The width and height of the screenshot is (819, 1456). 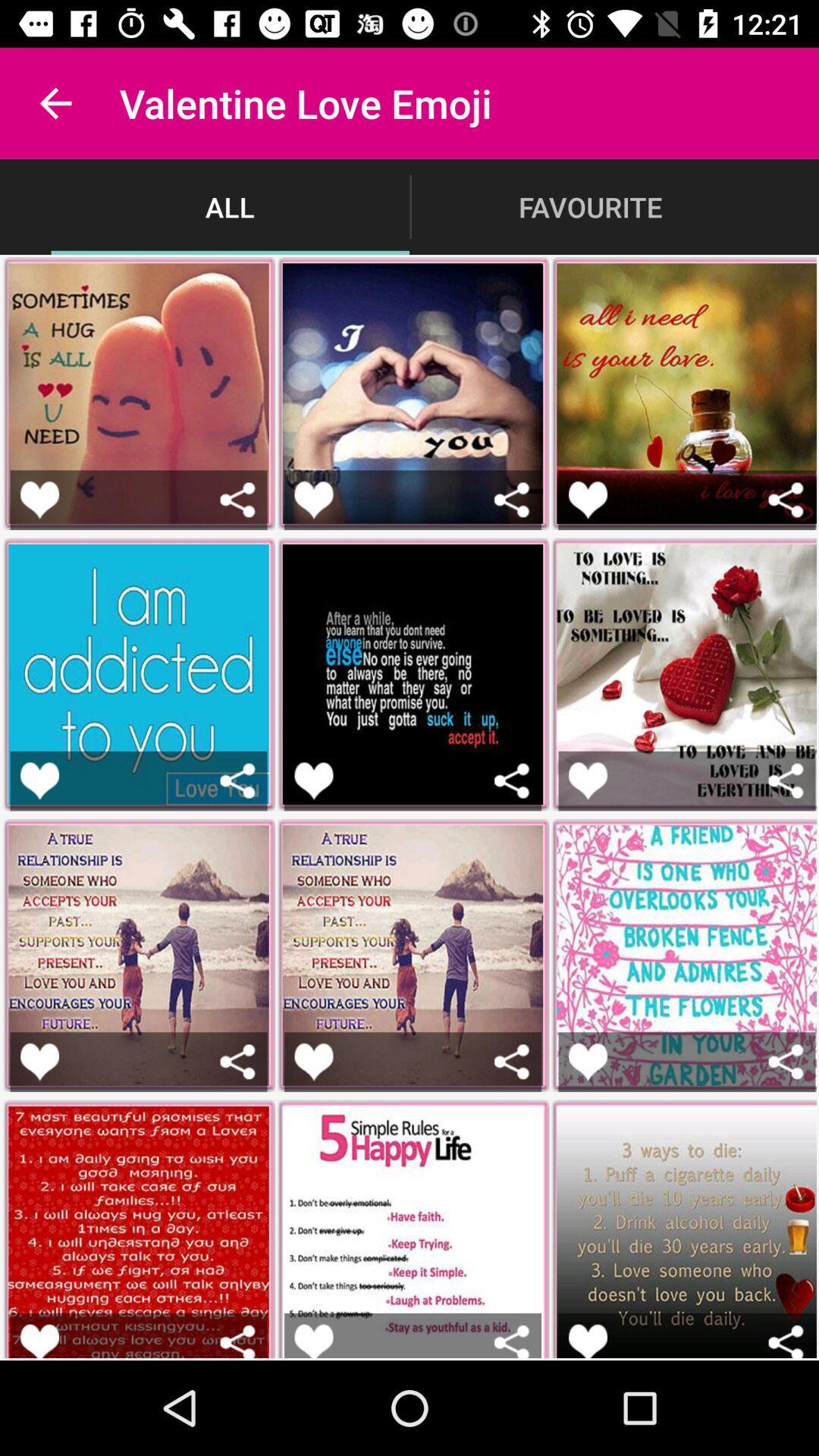 I want to click on share the photo, so click(x=512, y=780).